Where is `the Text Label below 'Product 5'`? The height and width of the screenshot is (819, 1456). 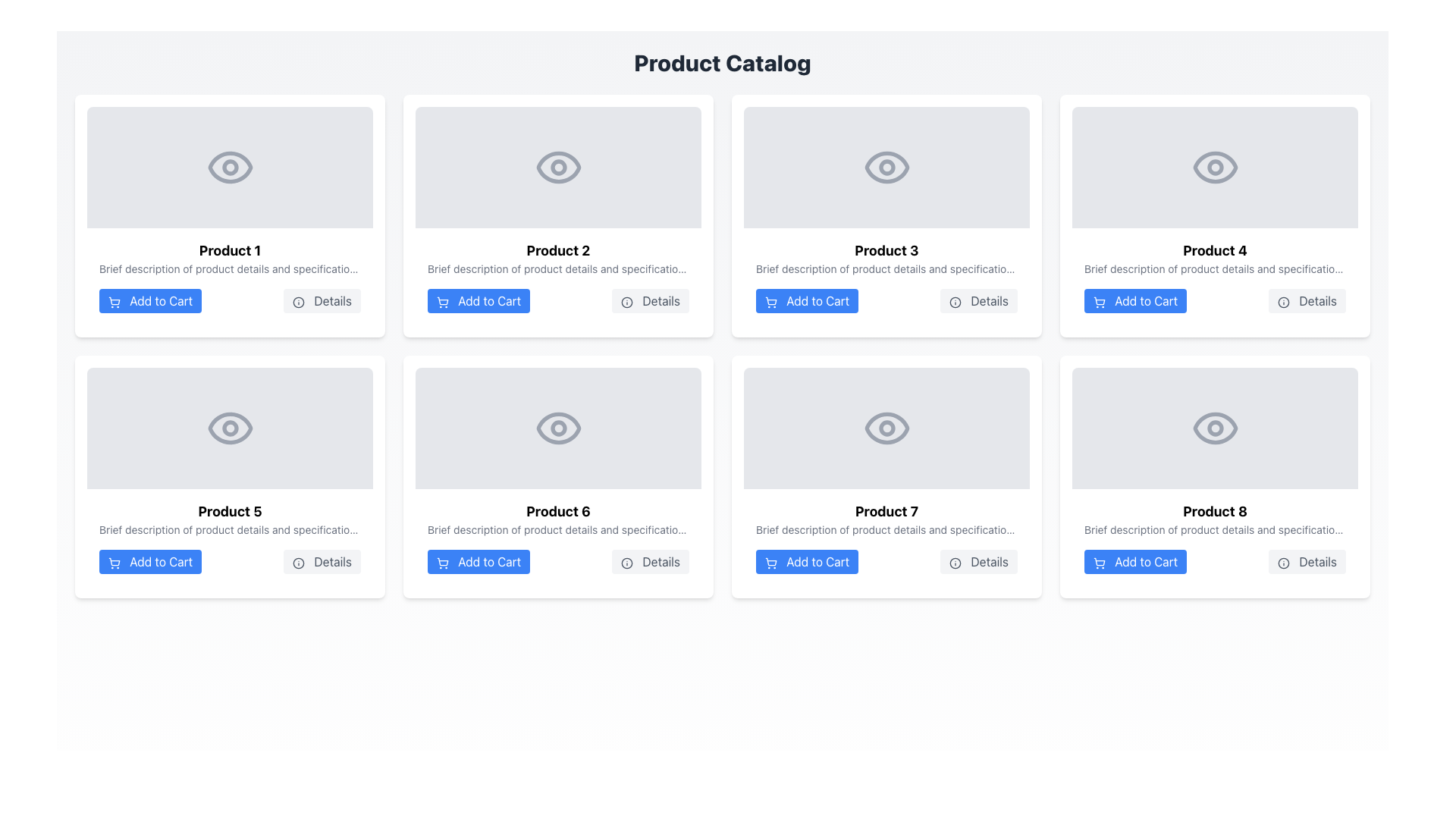 the Text Label below 'Product 5' is located at coordinates (229, 529).